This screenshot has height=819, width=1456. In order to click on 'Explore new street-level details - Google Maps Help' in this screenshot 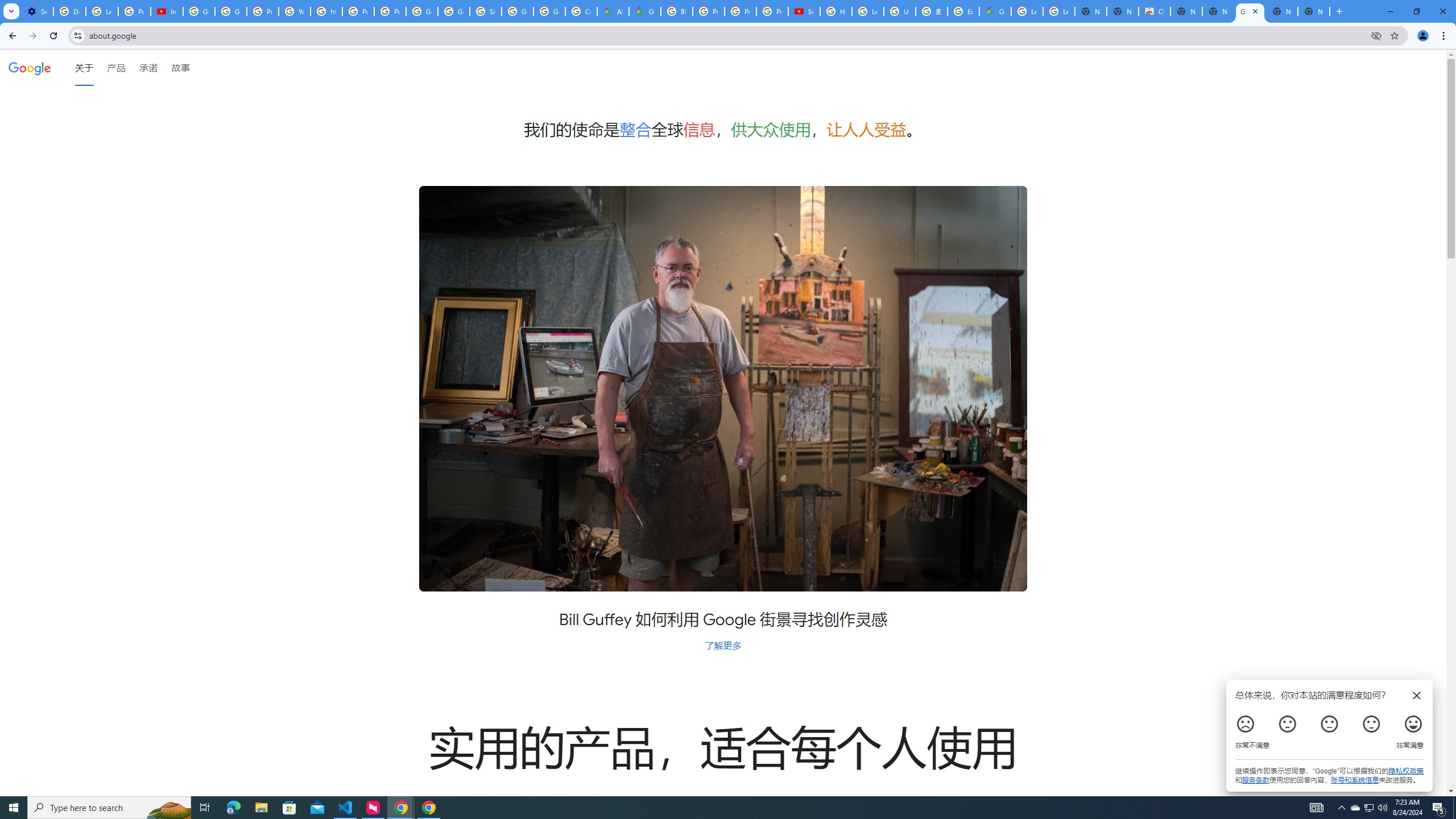, I will do `click(962, 11)`.